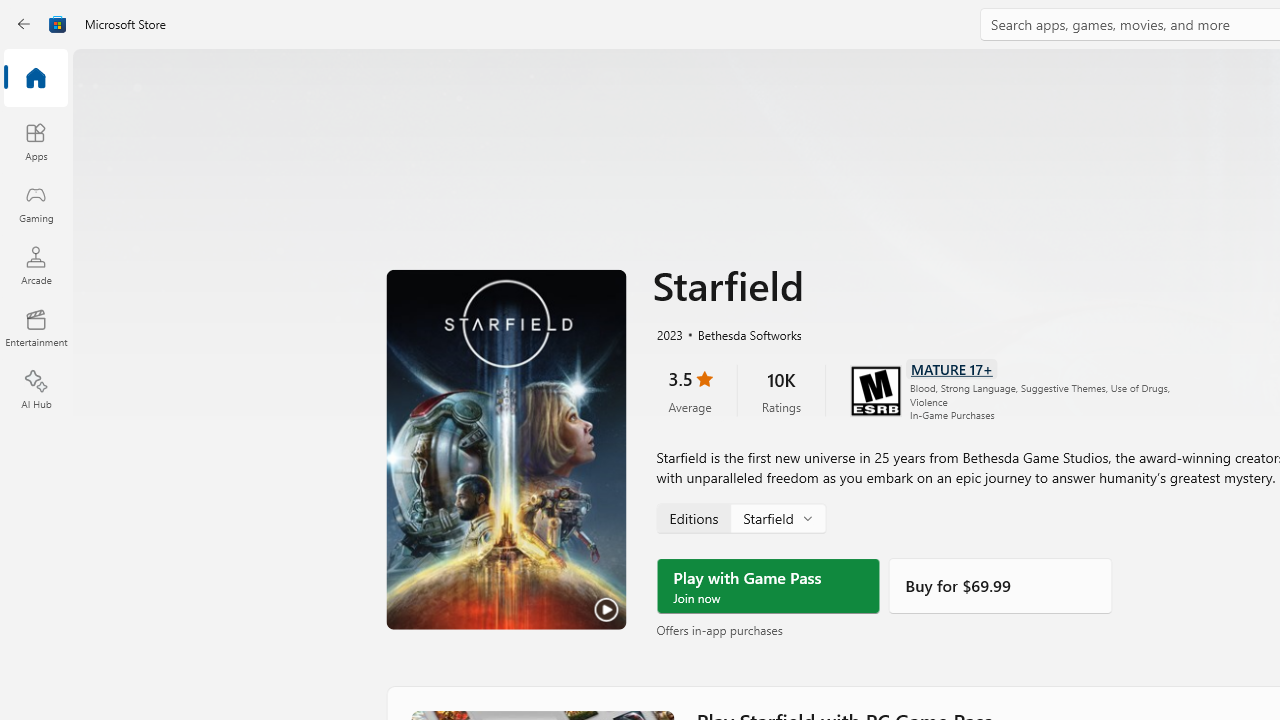 This screenshot has width=1280, height=720. Describe the element at coordinates (689, 389) in the screenshot. I see `'3.5 stars. Click to skip to ratings and reviews'` at that location.